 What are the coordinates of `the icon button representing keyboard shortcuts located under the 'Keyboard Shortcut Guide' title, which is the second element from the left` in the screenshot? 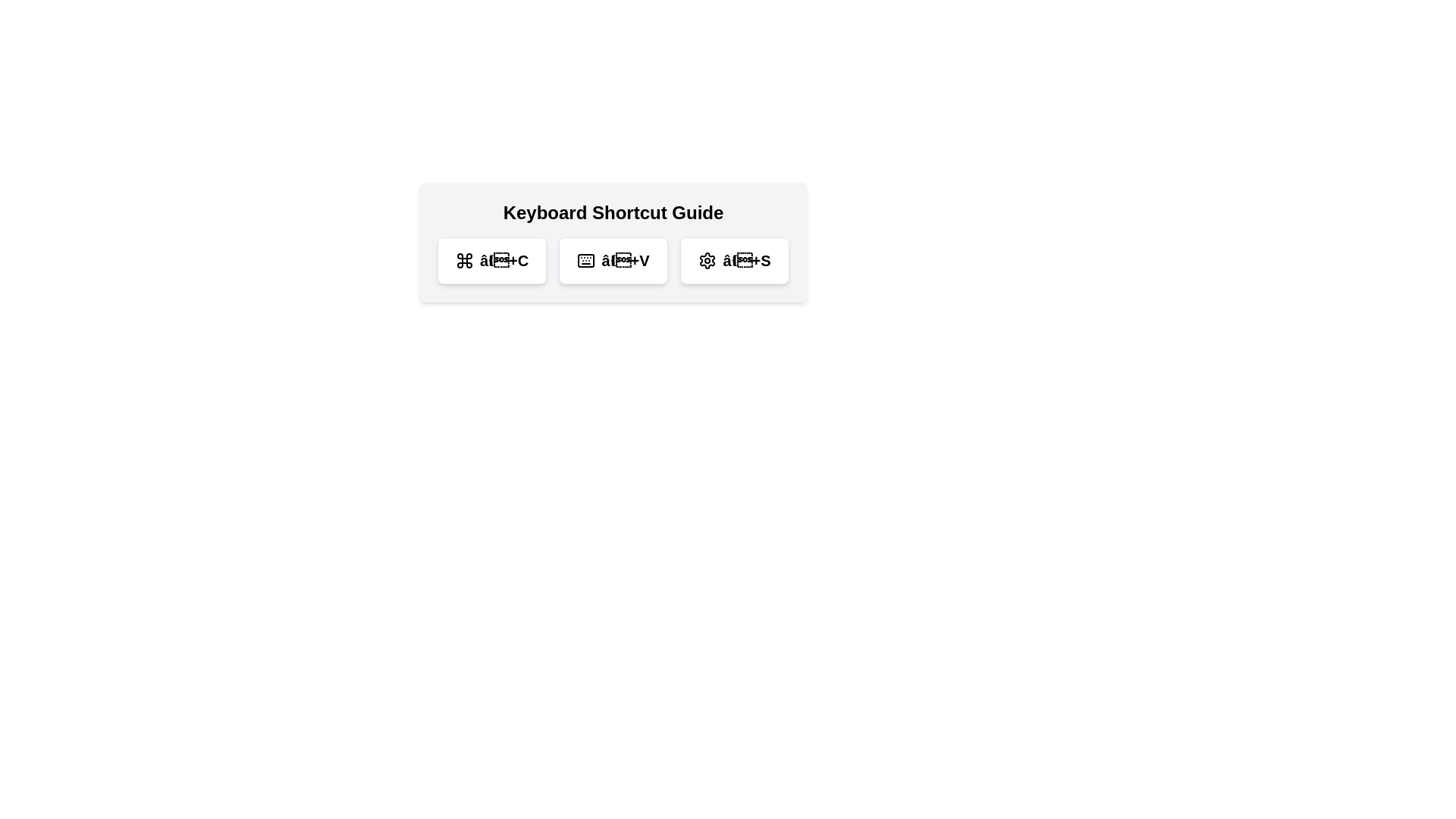 It's located at (585, 259).